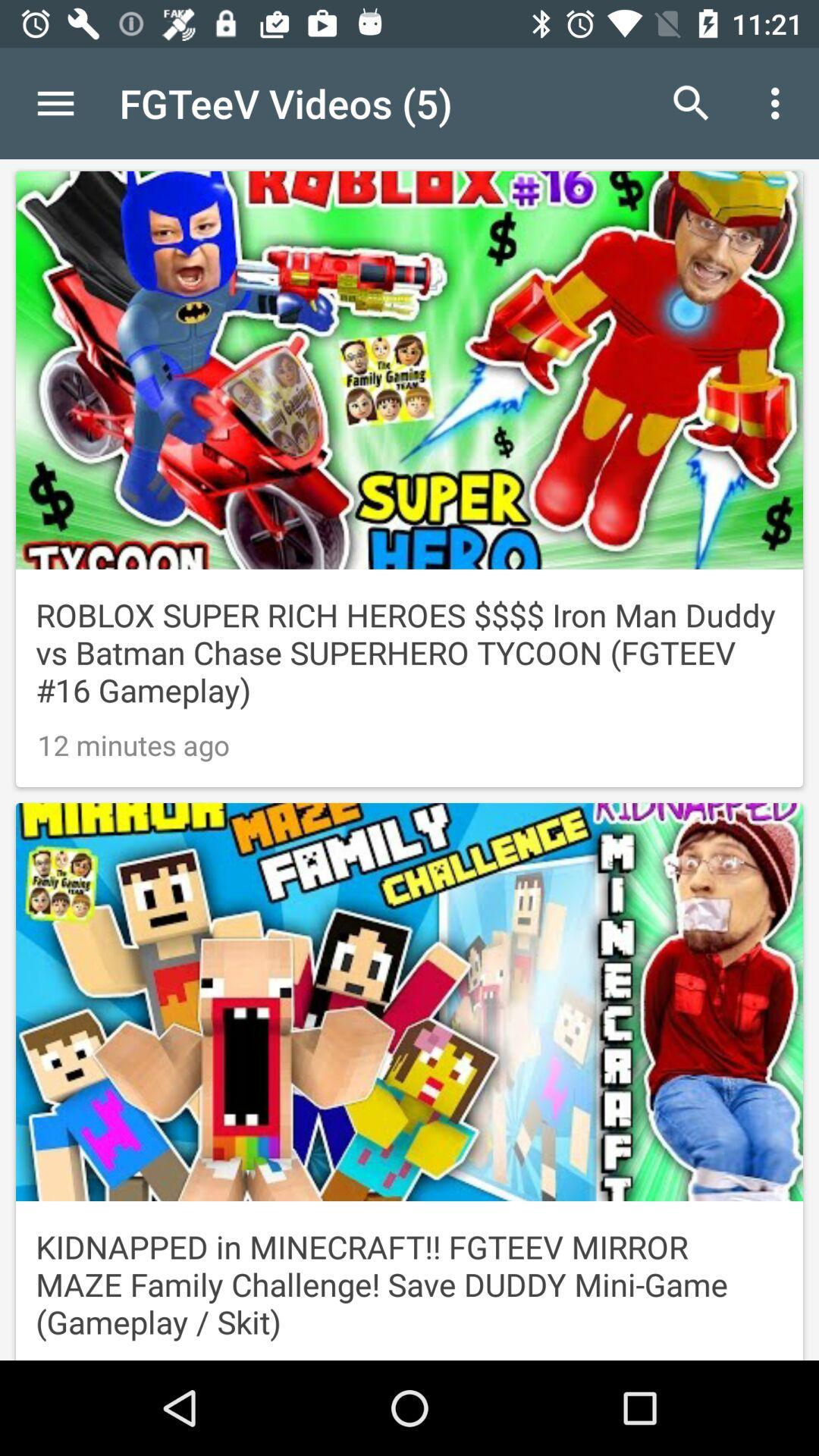 The image size is (819, 1456). What do you see at coordinates (691, 102) in the screenshot?
I see `icon next to fgteev videos (5) icon` at bounding box center [691, 102].